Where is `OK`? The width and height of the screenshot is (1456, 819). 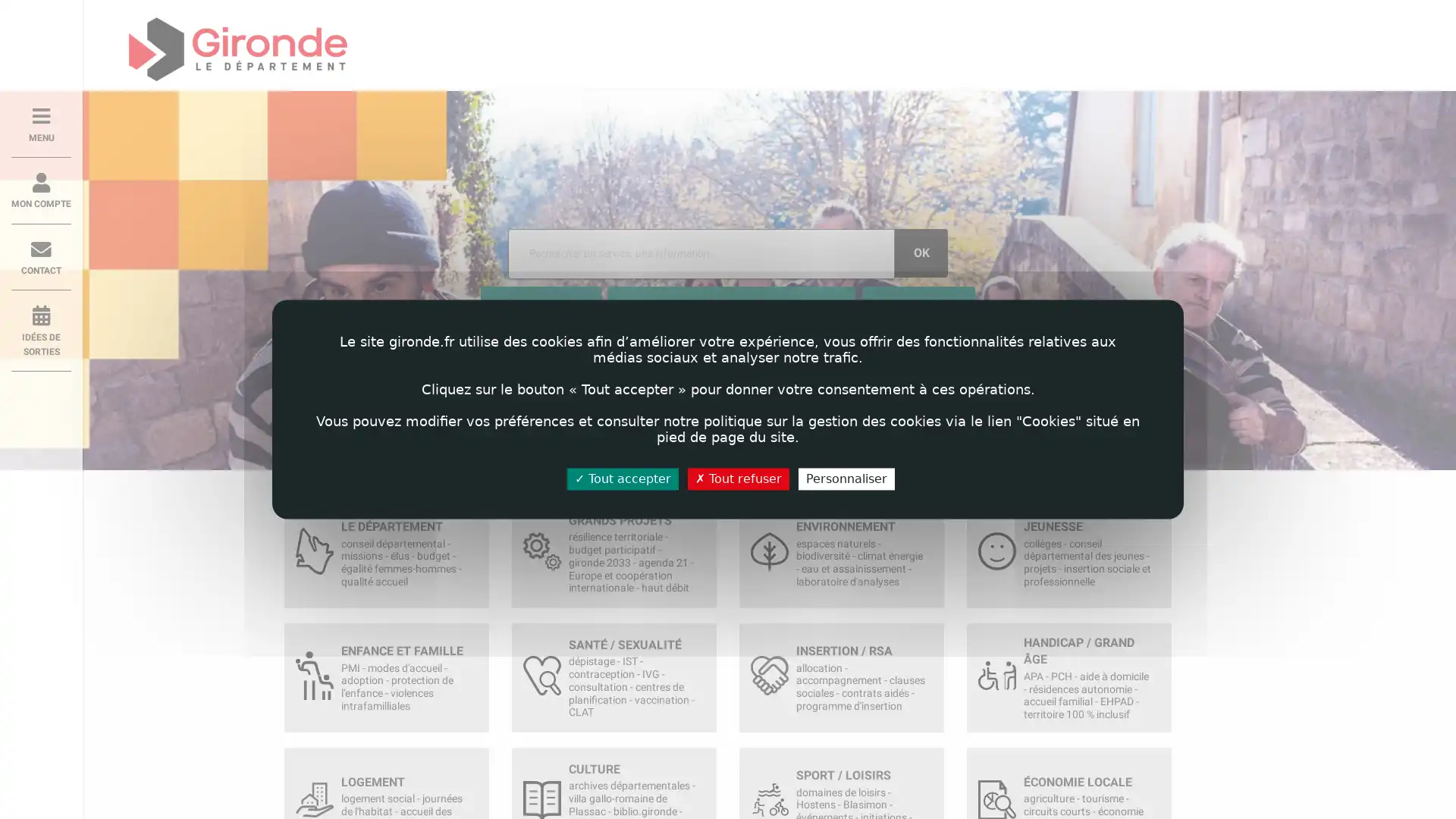
OK is located at coordinates (920, 253).